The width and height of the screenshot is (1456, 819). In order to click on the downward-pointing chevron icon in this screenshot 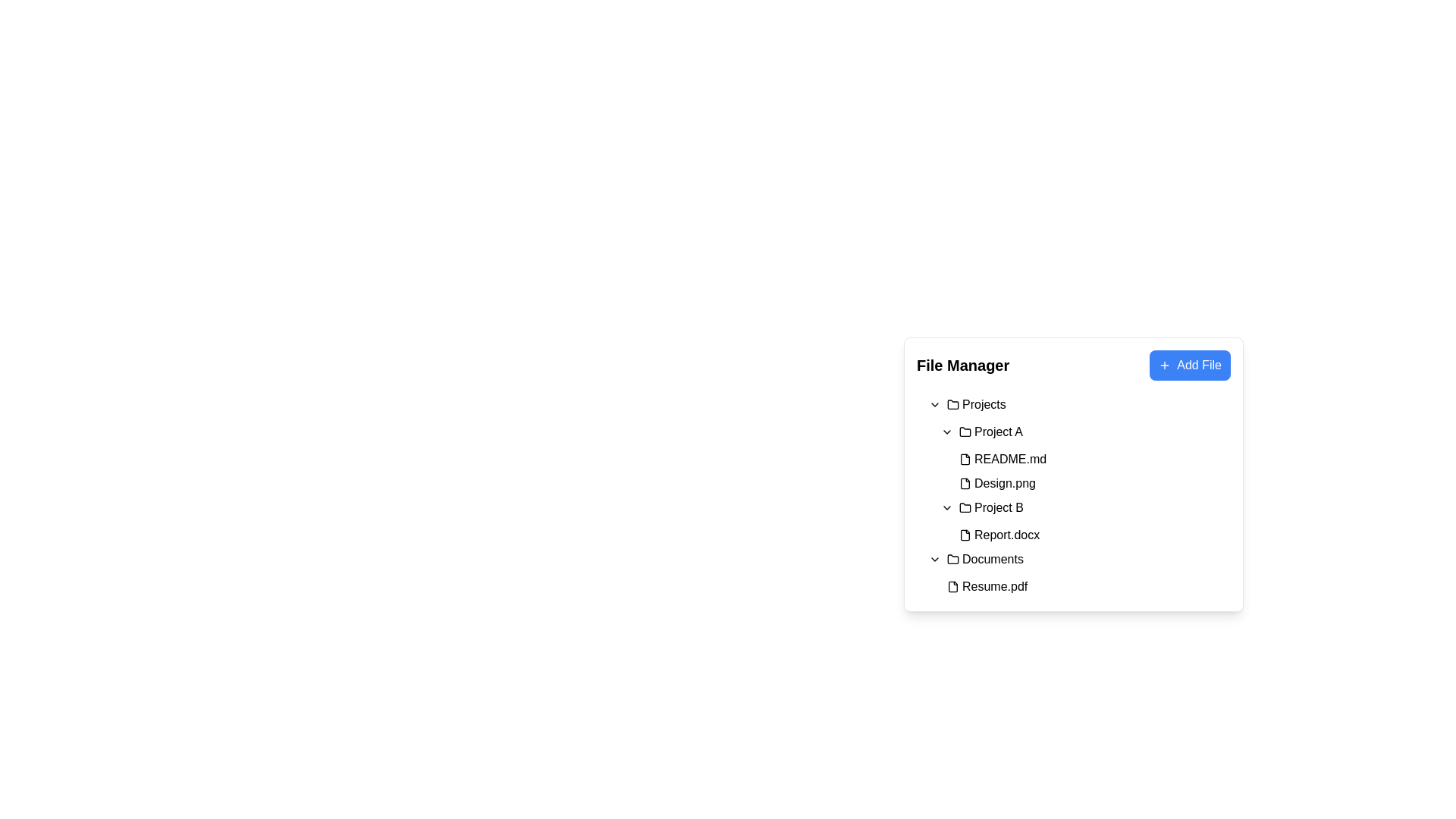, I will do `click(934, 403)`.